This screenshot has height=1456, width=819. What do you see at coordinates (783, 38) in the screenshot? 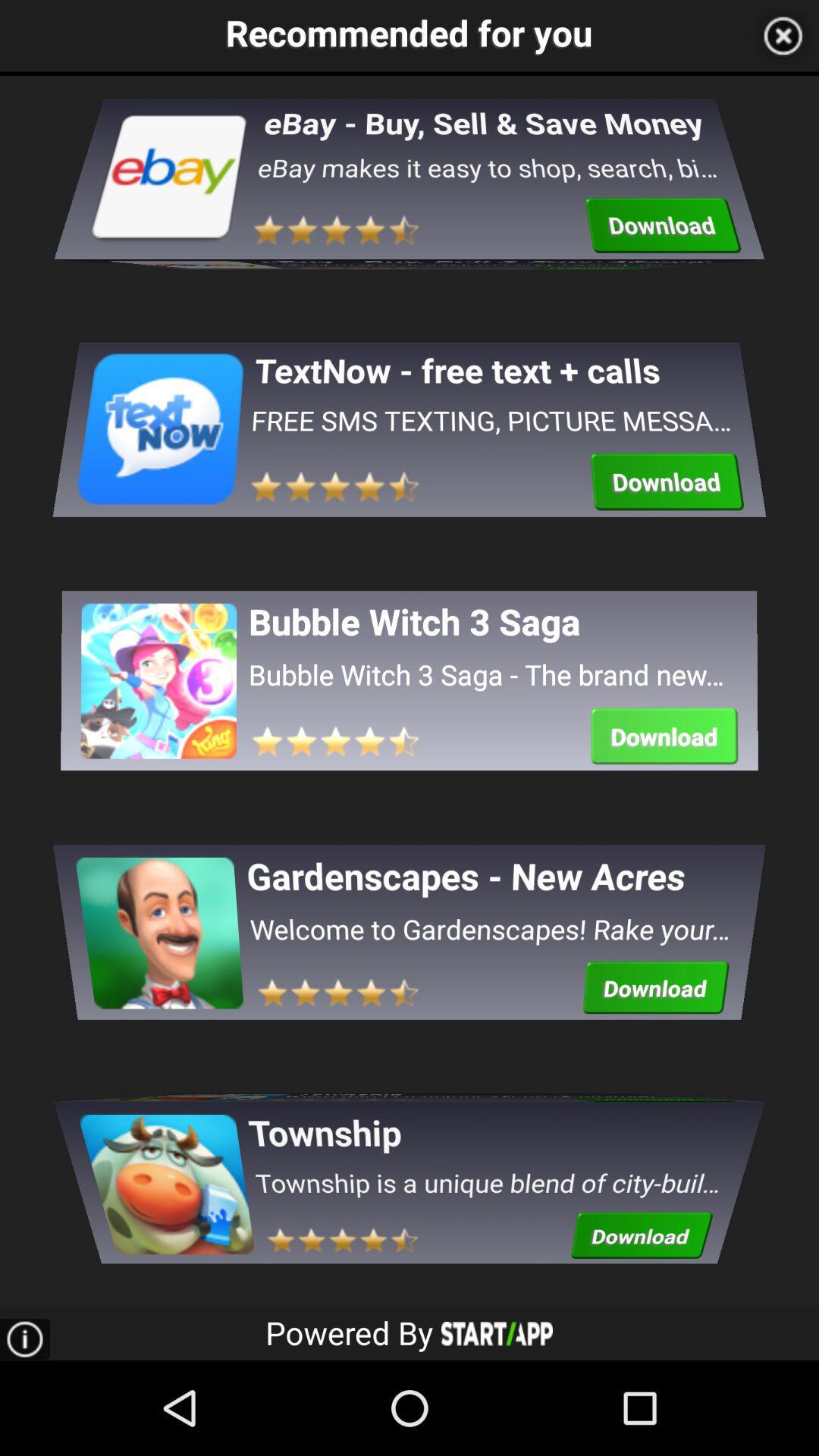
I see `the close icon` at bounding box center [783, 38].